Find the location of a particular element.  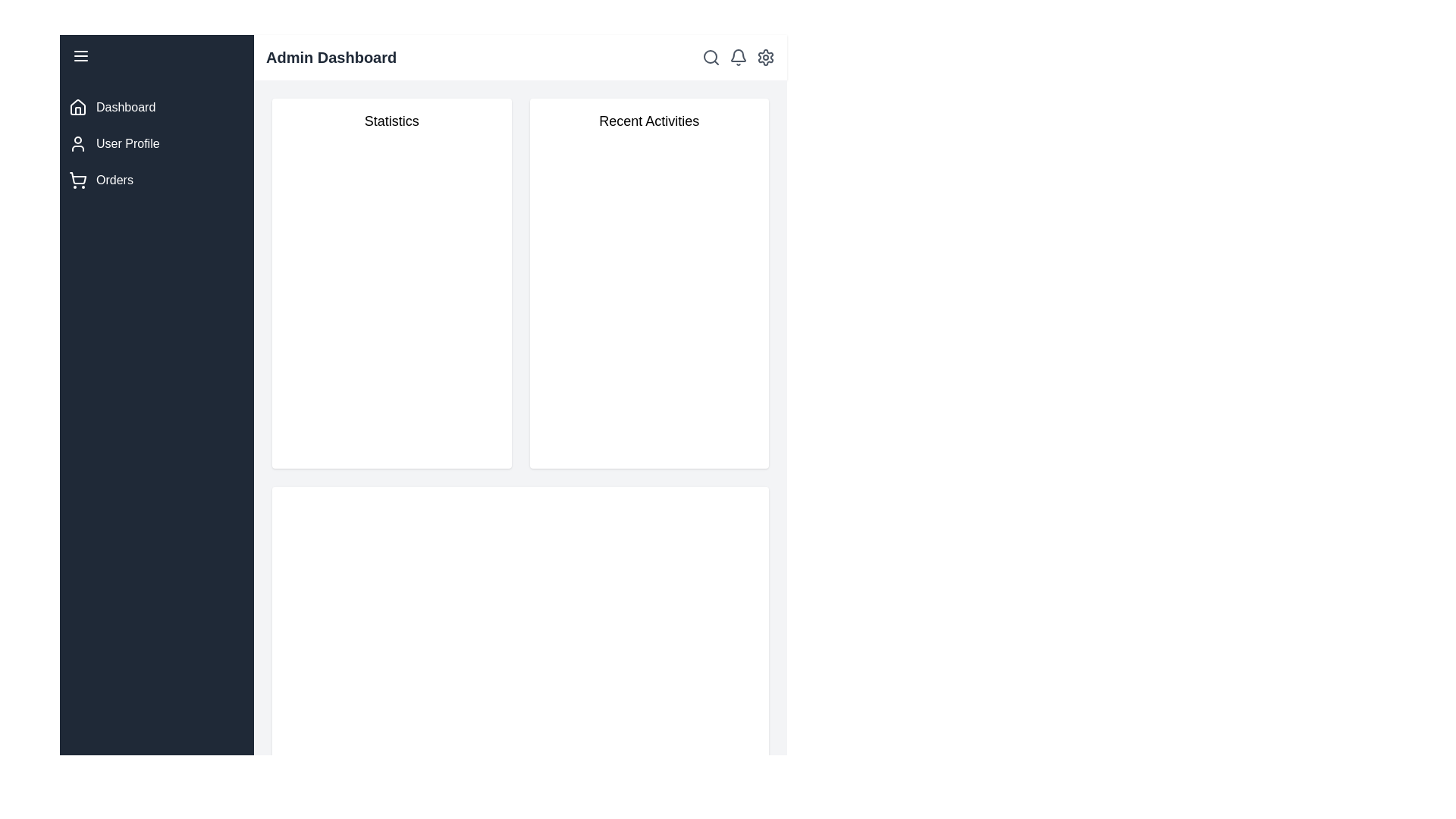

the 'Dashboard' text label in the sidebar navigation menu is located at coordinates (126, 107).